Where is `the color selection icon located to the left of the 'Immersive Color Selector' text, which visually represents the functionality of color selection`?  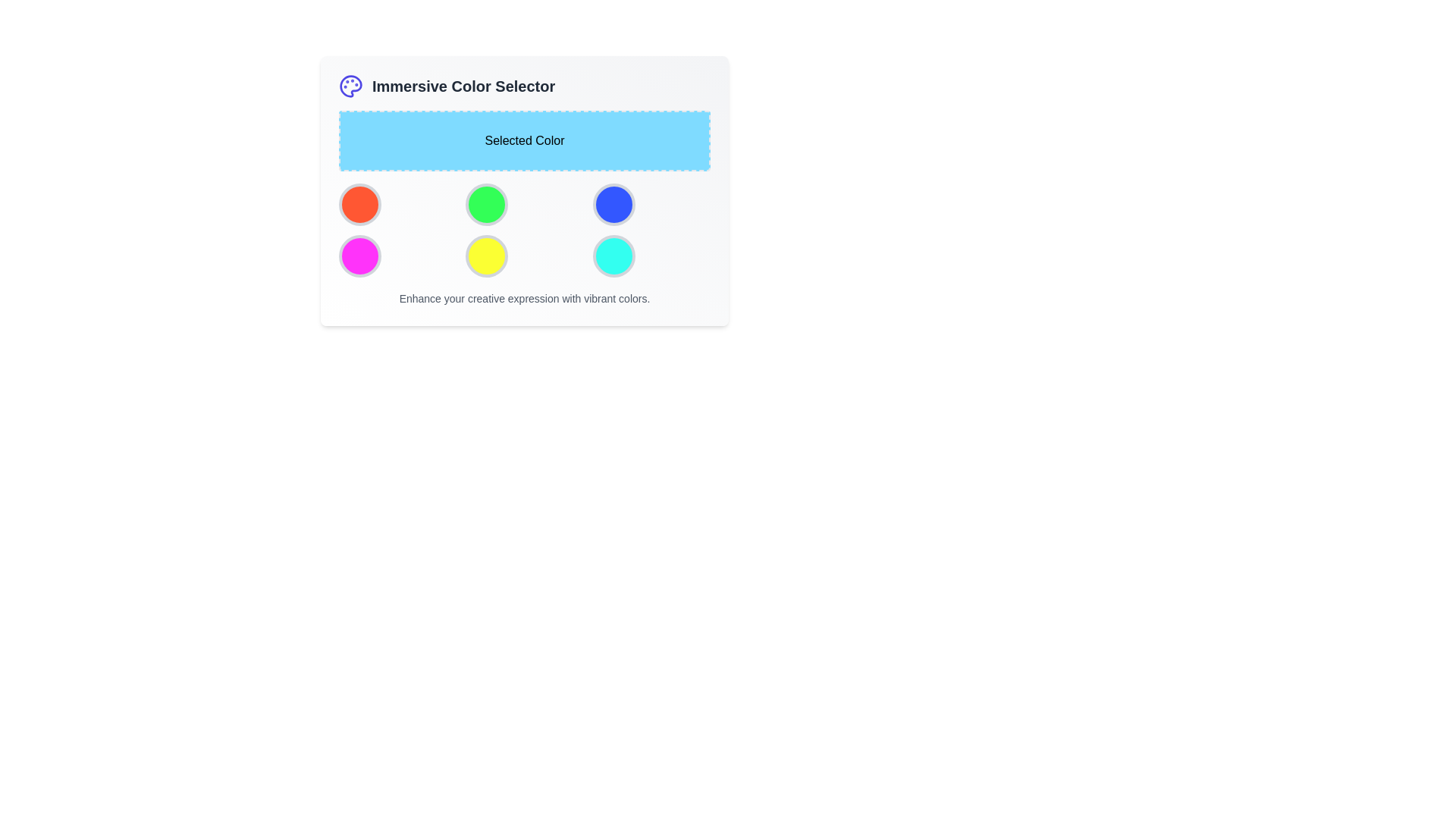
the color selection icon located to the left of the 'Immersive Color Selector' text, which visually represents the functionality of color selection is located at coordinates (350, 86).